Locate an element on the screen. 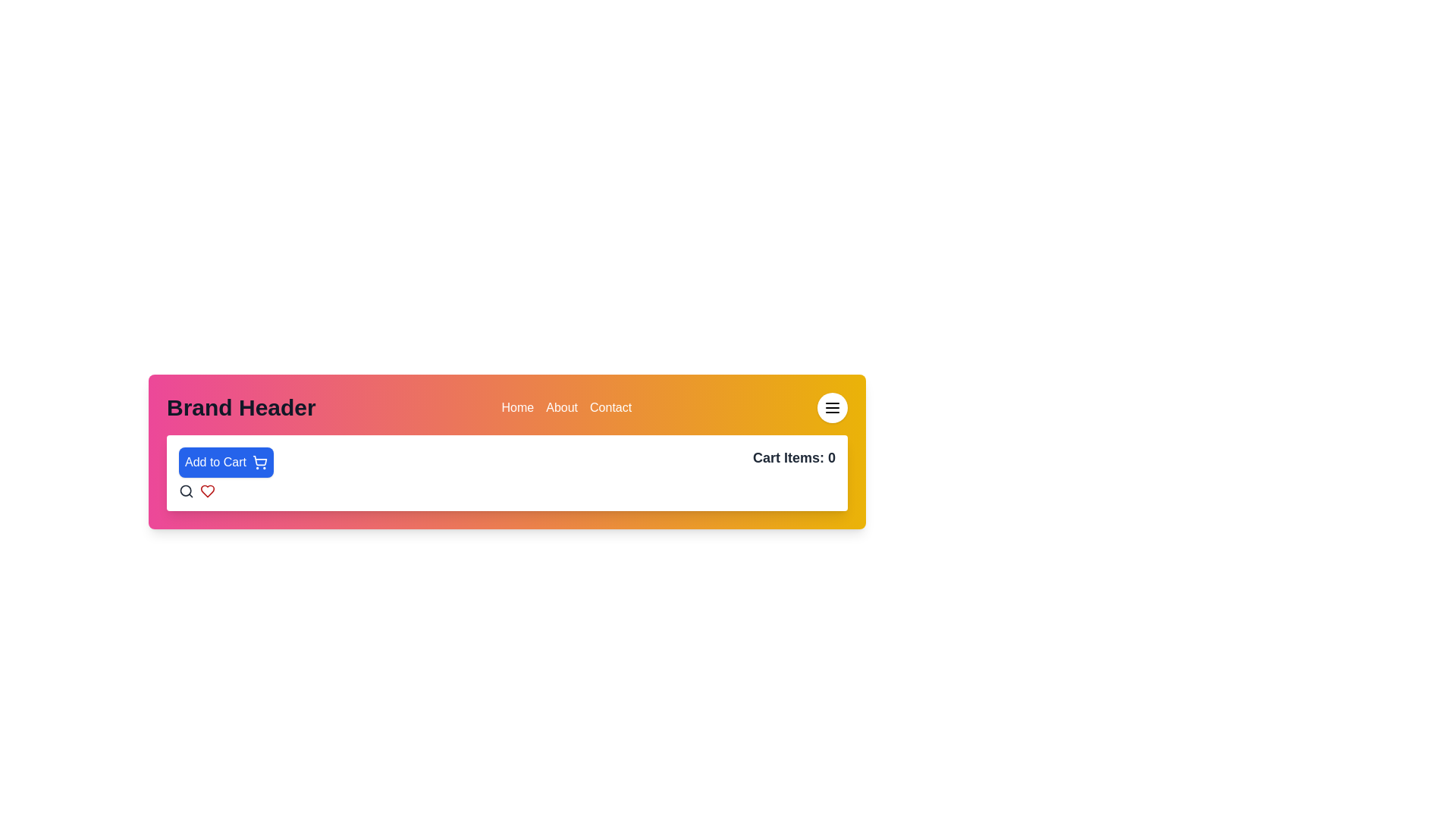 The image size is (1456, 819). one of the navigation links in the Navigation bar that features the text 'Brand Header' on the left and options 'Home', 'About', and 'Contact' on the right is located at coordinates (507, 406).